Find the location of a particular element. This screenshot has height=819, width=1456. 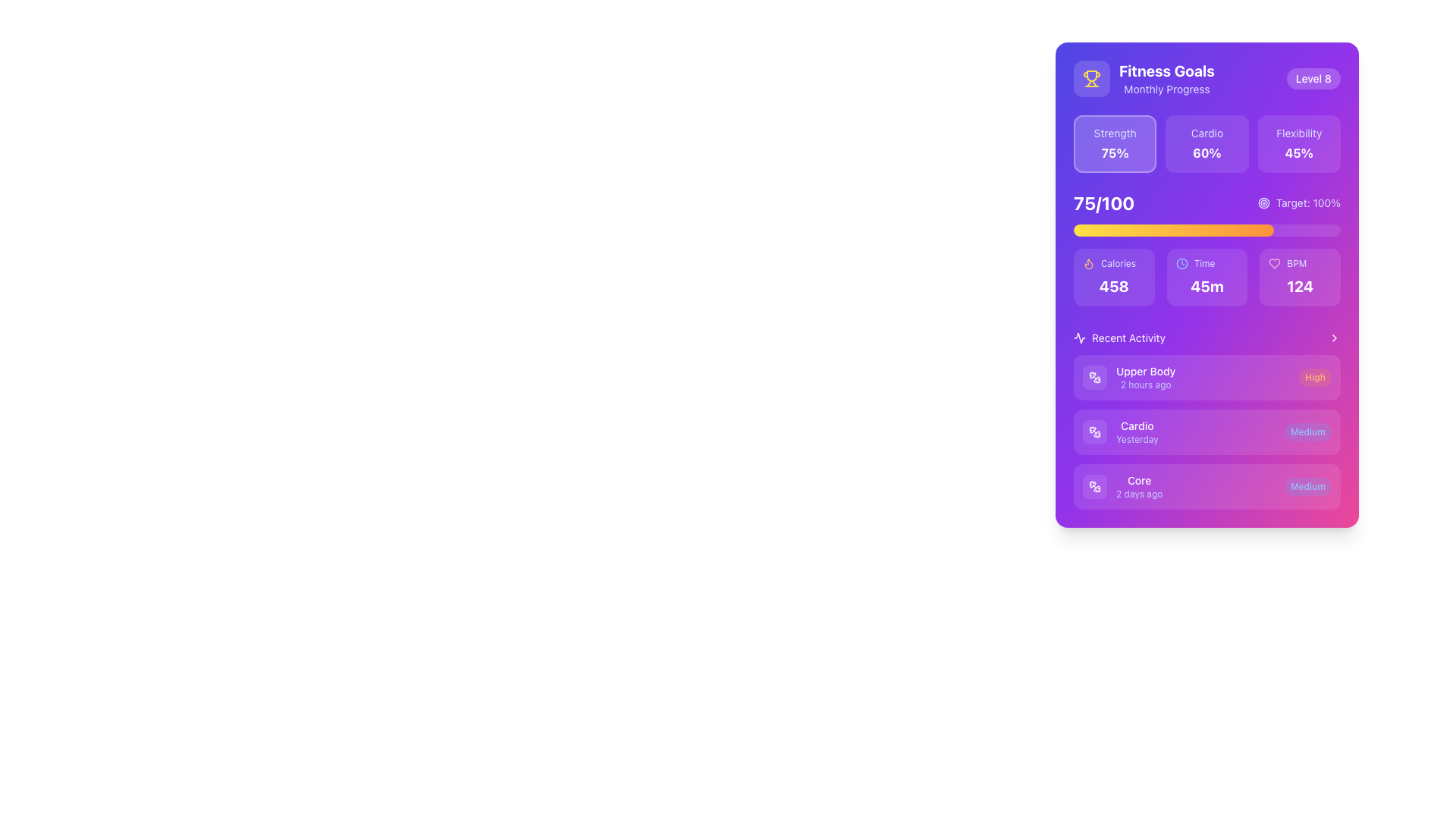

the text label that indicates when the 'Core' activity was last recorded, located beneath the title 'Core' and to the right of the activity icon is located at coordinates (1139, 494).